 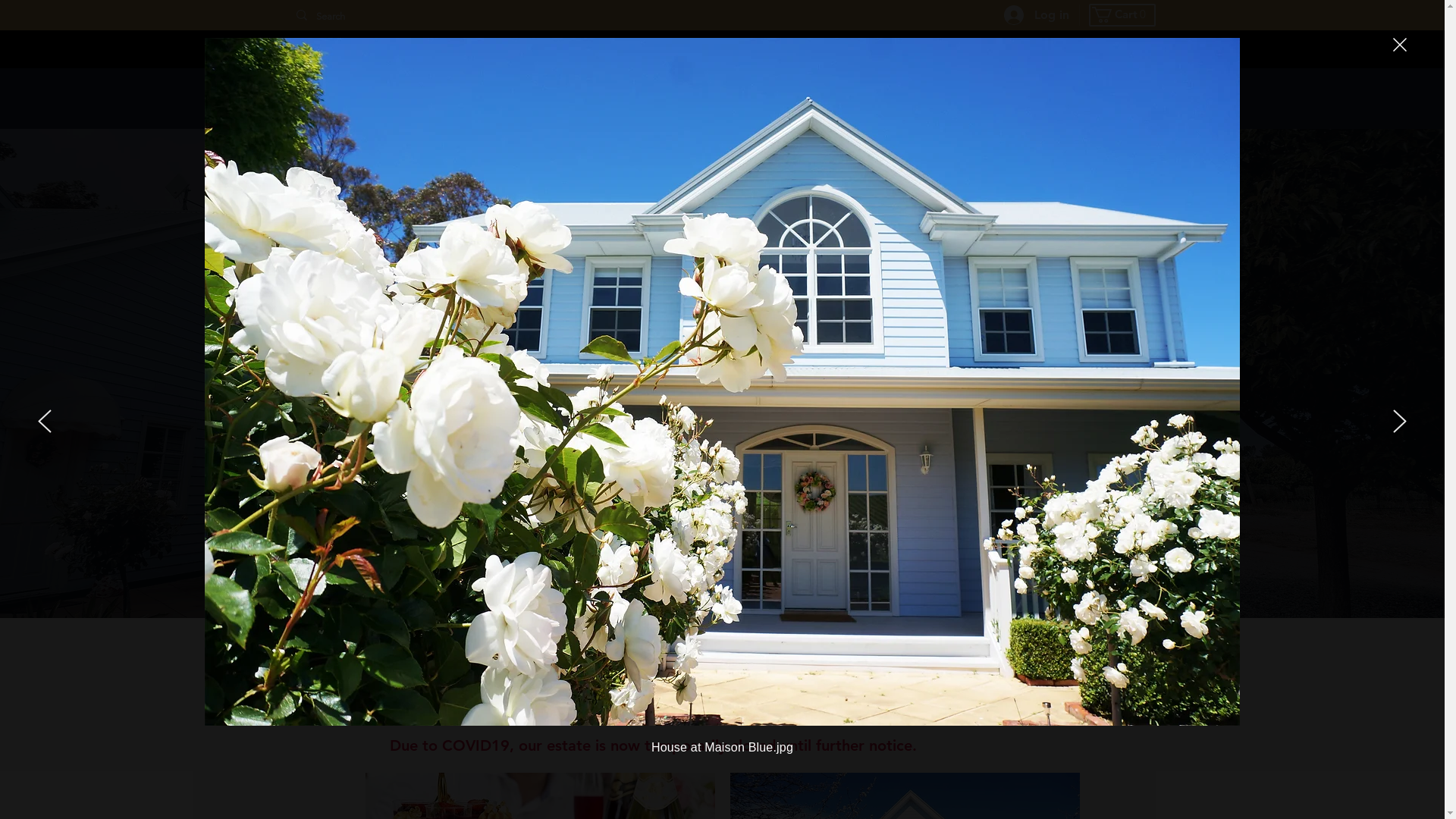 What do you see at coordinates (1092, 14) in the screenshot?
I see `'Cart` at bounding box center [1092, 14].